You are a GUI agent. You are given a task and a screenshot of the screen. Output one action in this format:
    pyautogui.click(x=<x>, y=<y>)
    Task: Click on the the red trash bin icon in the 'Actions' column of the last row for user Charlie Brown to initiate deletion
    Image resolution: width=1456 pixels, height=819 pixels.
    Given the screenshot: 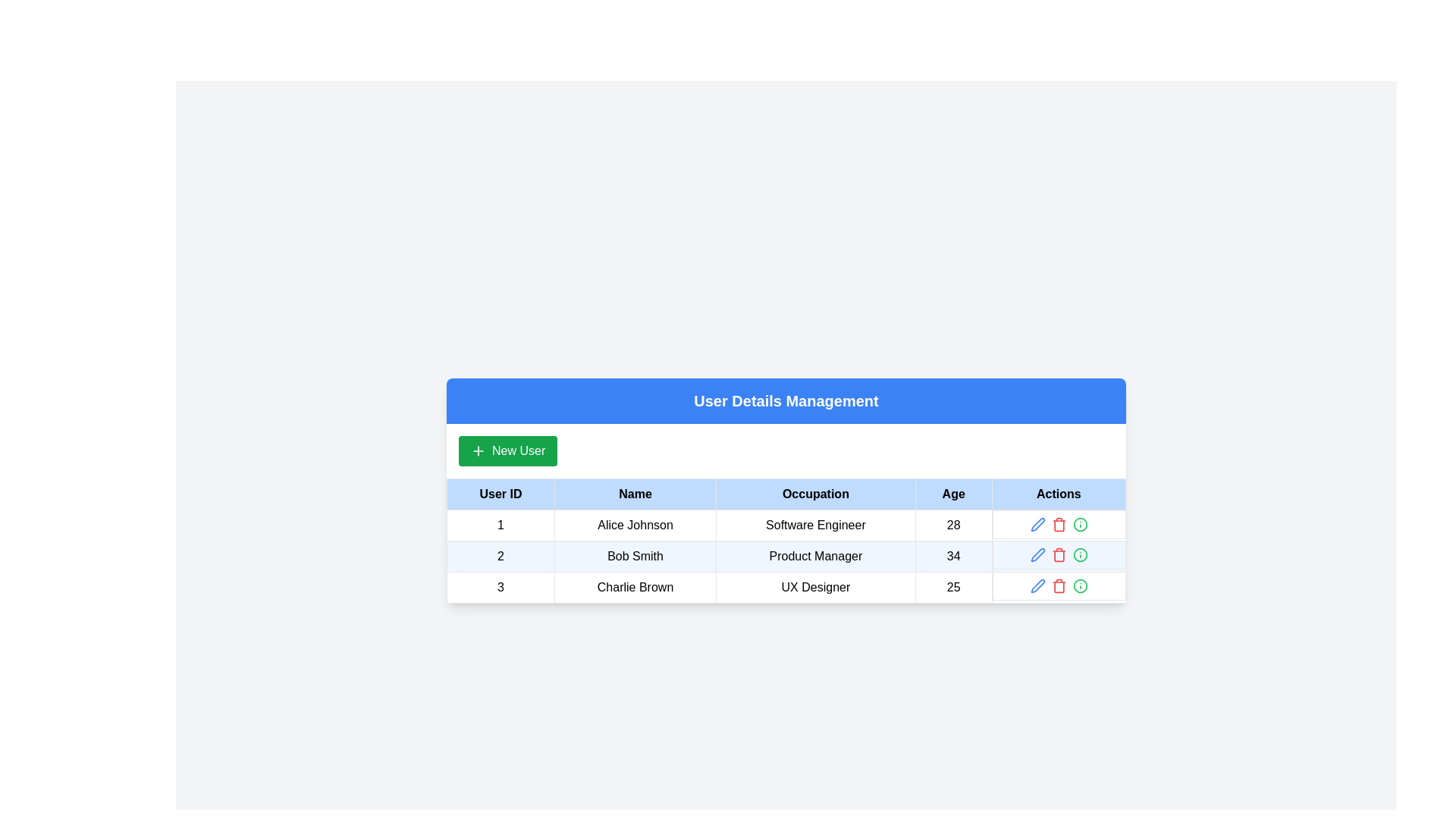 What is the action you would take?
    pyautogui.click(x=1058, y=585)
    